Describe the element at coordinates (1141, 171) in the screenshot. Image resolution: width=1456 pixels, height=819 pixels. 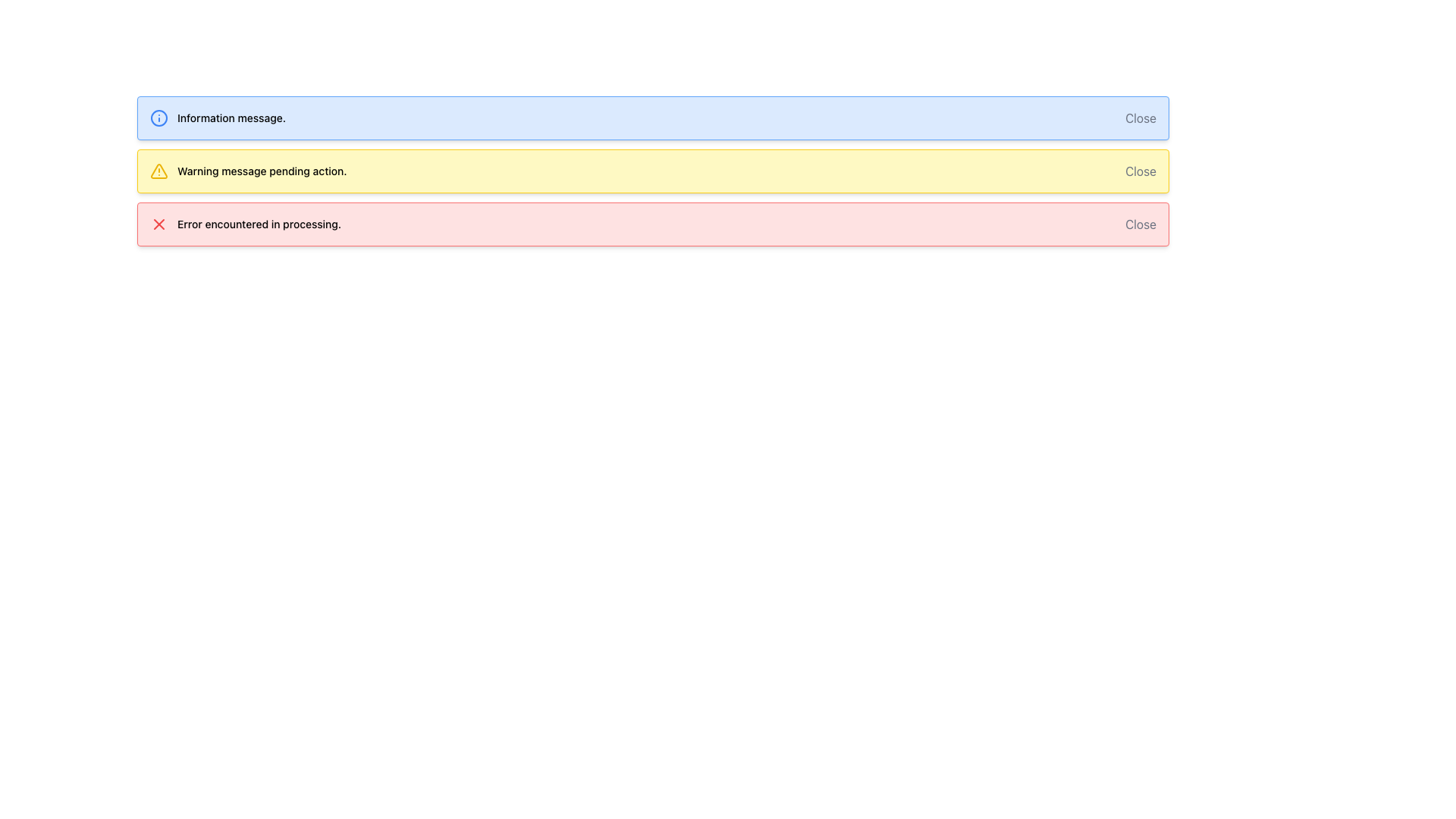
I see `the 'Close' button, which is a clickable text label styled in gray that changes to a darker gray when hovered over, located at the far right of a warning message section` at that location.